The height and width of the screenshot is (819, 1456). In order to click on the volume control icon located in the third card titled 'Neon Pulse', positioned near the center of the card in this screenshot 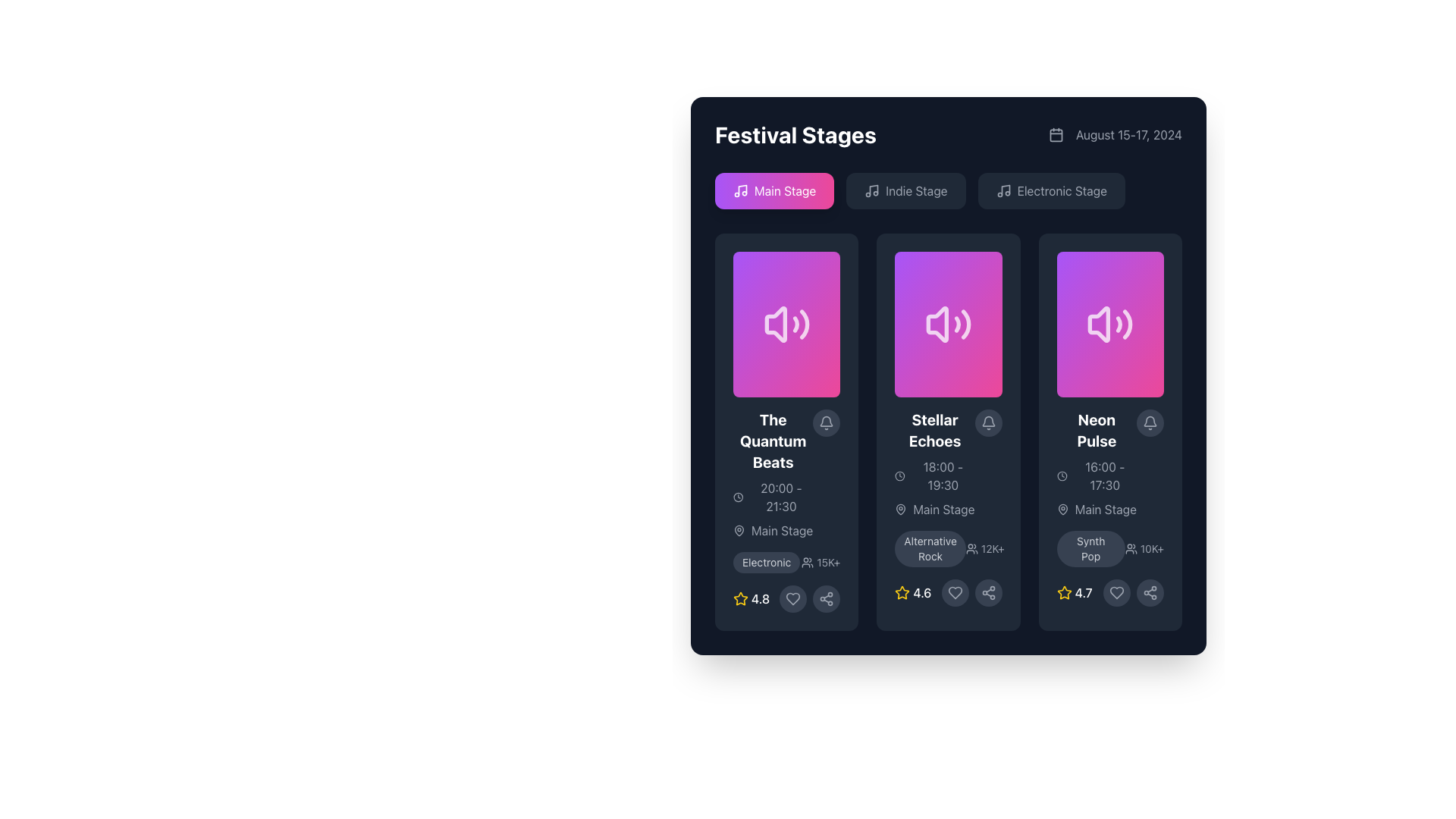, I will do `click(1110, 324)`.